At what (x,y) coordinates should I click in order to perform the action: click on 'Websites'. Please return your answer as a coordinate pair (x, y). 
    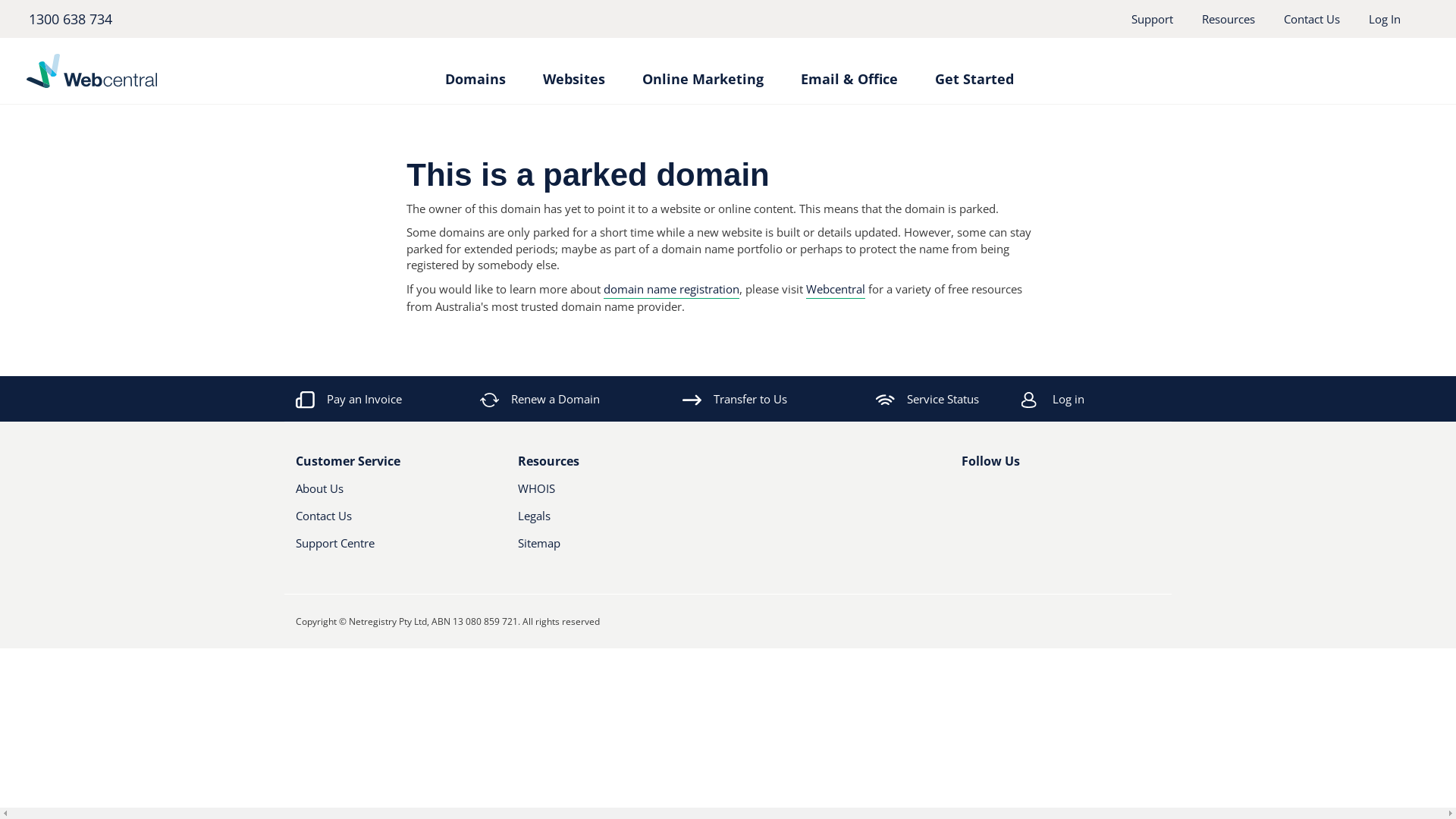
    Looking at the image, I should click on (573, 71).